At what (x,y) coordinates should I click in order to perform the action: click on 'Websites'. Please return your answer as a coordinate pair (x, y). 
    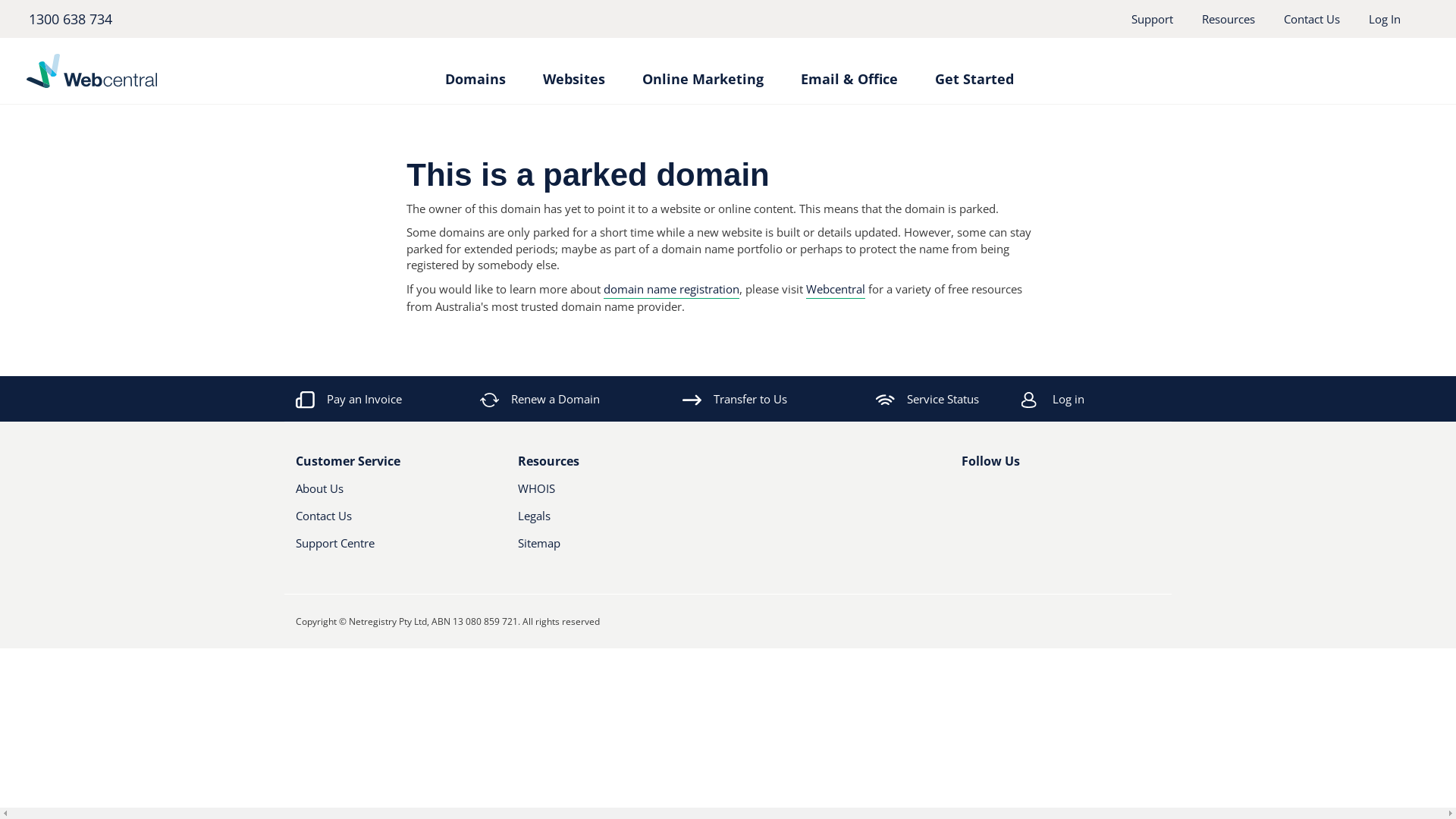
    Looking at the image, I should click on (573, 71).